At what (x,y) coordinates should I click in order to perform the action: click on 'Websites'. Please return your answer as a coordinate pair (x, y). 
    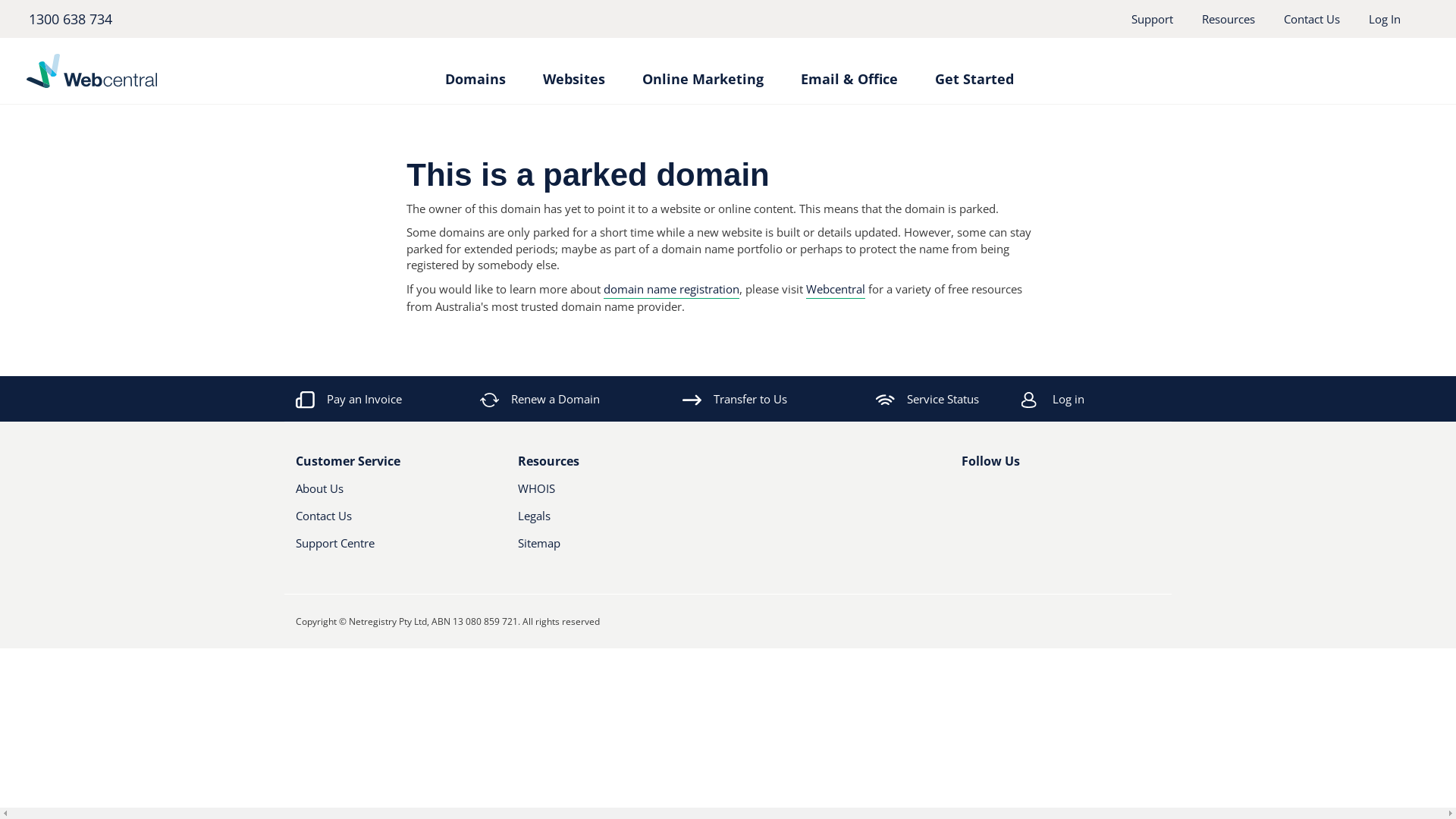
    Looking at the image, I should click on (573, 71).